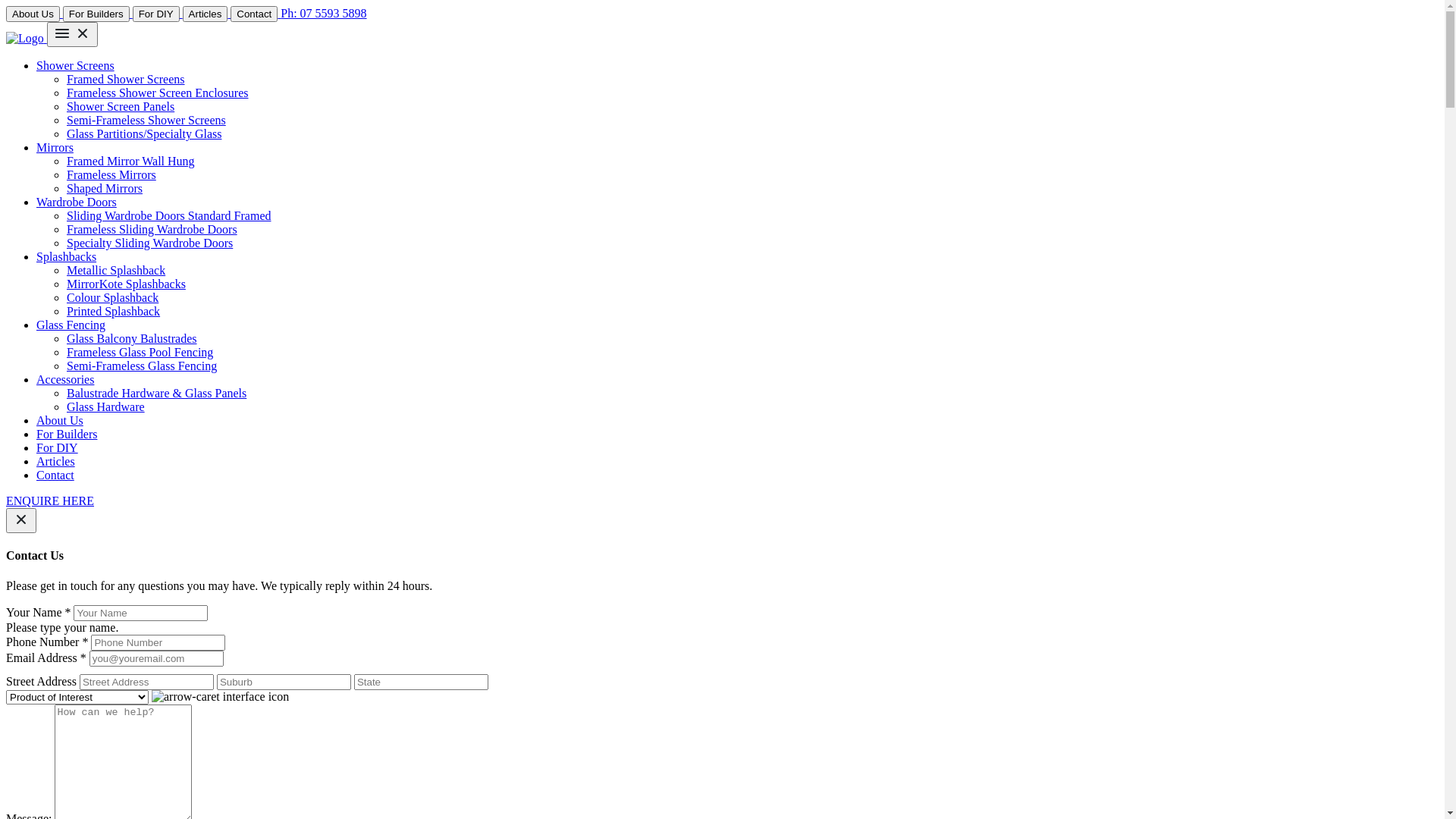 The image size is (1456, 819). Describe the element at coordinates (157, 13) in the screenshot. I see `'For DIY'` at that location.